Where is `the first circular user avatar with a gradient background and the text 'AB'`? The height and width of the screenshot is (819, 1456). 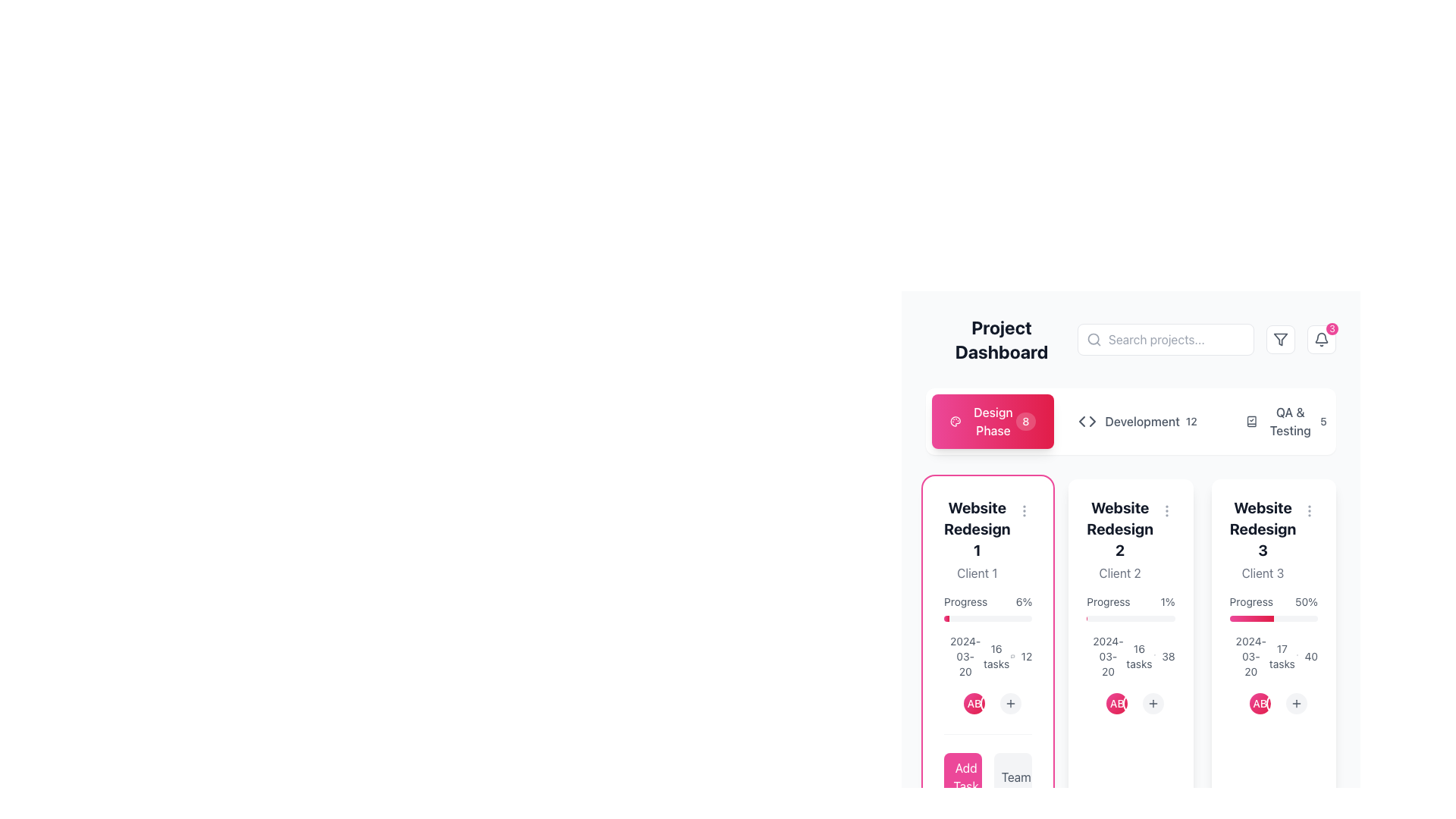 the first circular user avatar with a gradient background and the text 'AB' is located at coordinates (1241, 704).